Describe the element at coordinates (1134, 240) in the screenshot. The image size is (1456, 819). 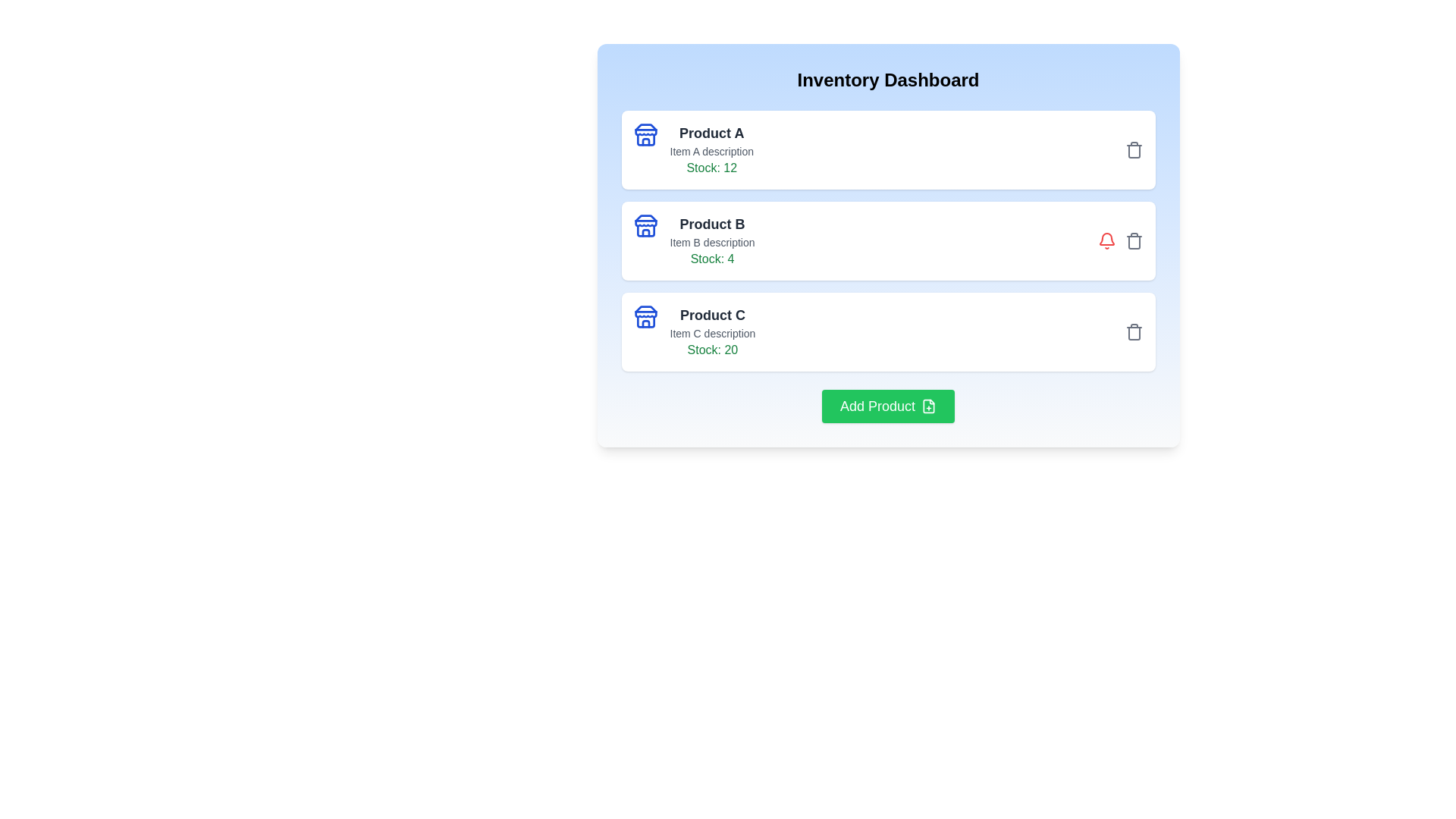
I see `delete button for the product identified by Product B` at that location.